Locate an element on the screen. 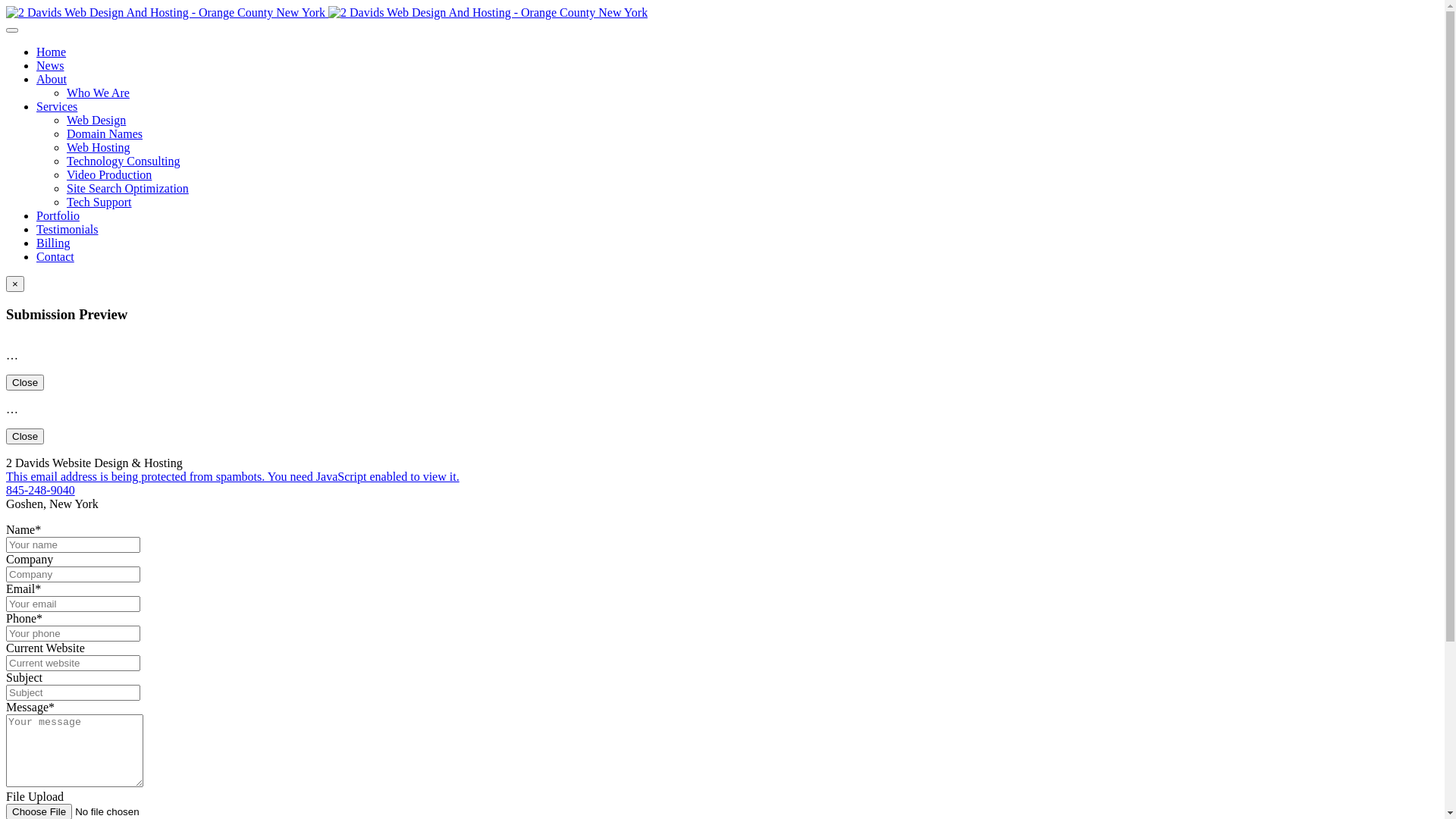 The width and height of the screenshot is (1456, 819). 'Services' is located at coordinates (57, 105).